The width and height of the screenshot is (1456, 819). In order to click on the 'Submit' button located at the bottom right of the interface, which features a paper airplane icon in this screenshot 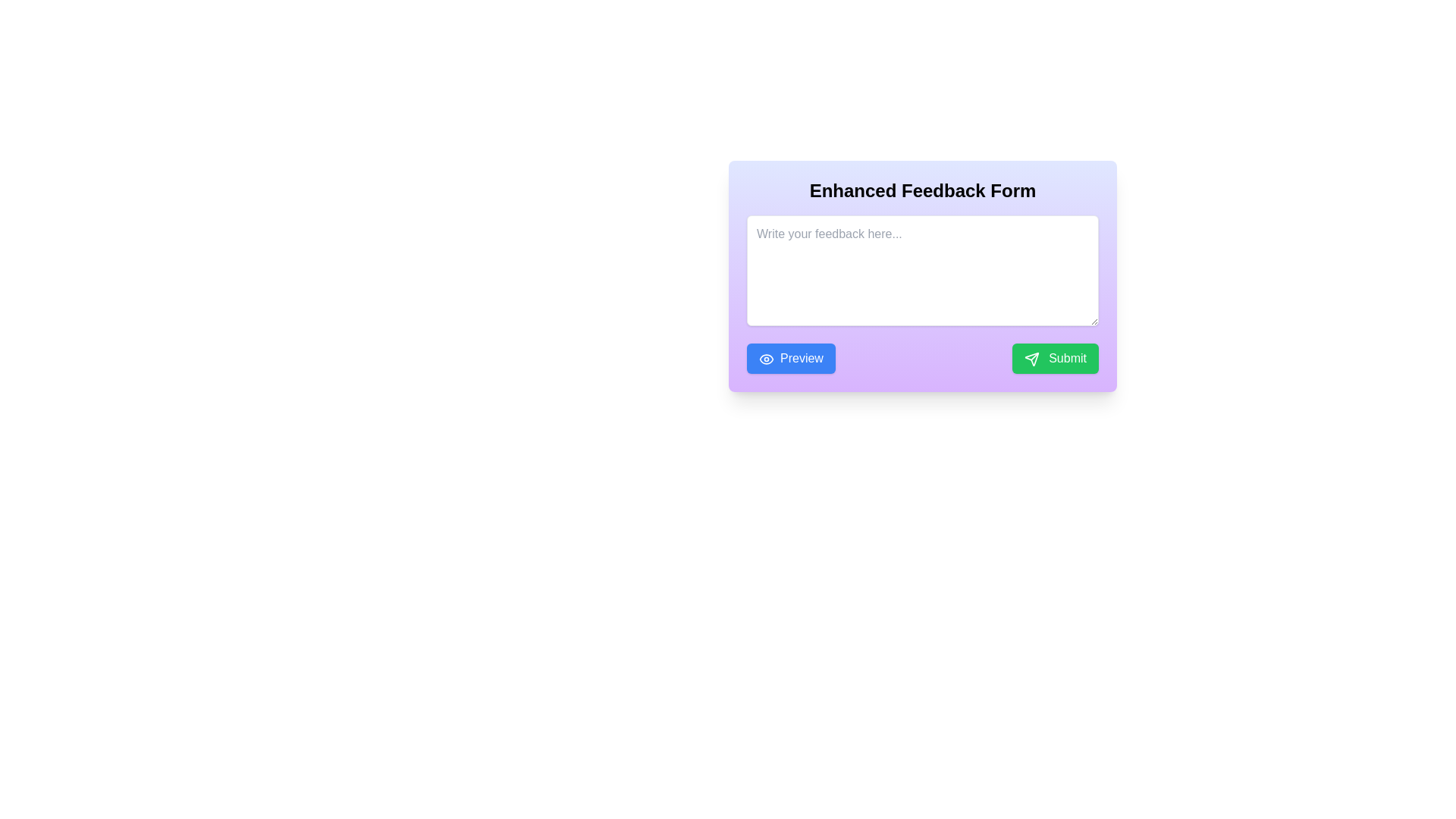, I will do `click(1031, 359)`.